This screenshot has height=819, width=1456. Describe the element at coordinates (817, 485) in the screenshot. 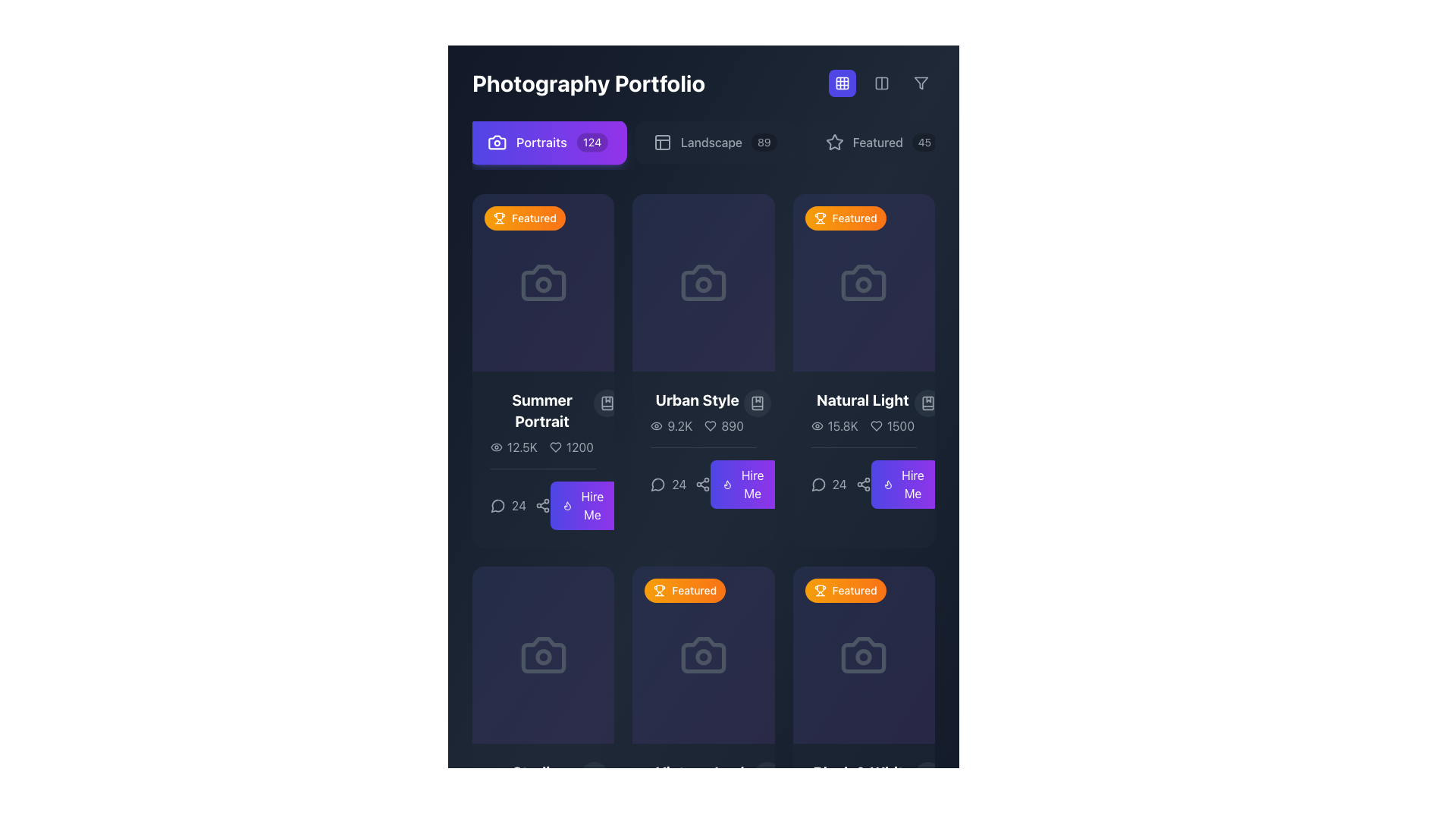

I see `the icon representing the messaging or commenting feature for the photography project titled 'Natural Light', located in the bottom-right section of its card` at that location.